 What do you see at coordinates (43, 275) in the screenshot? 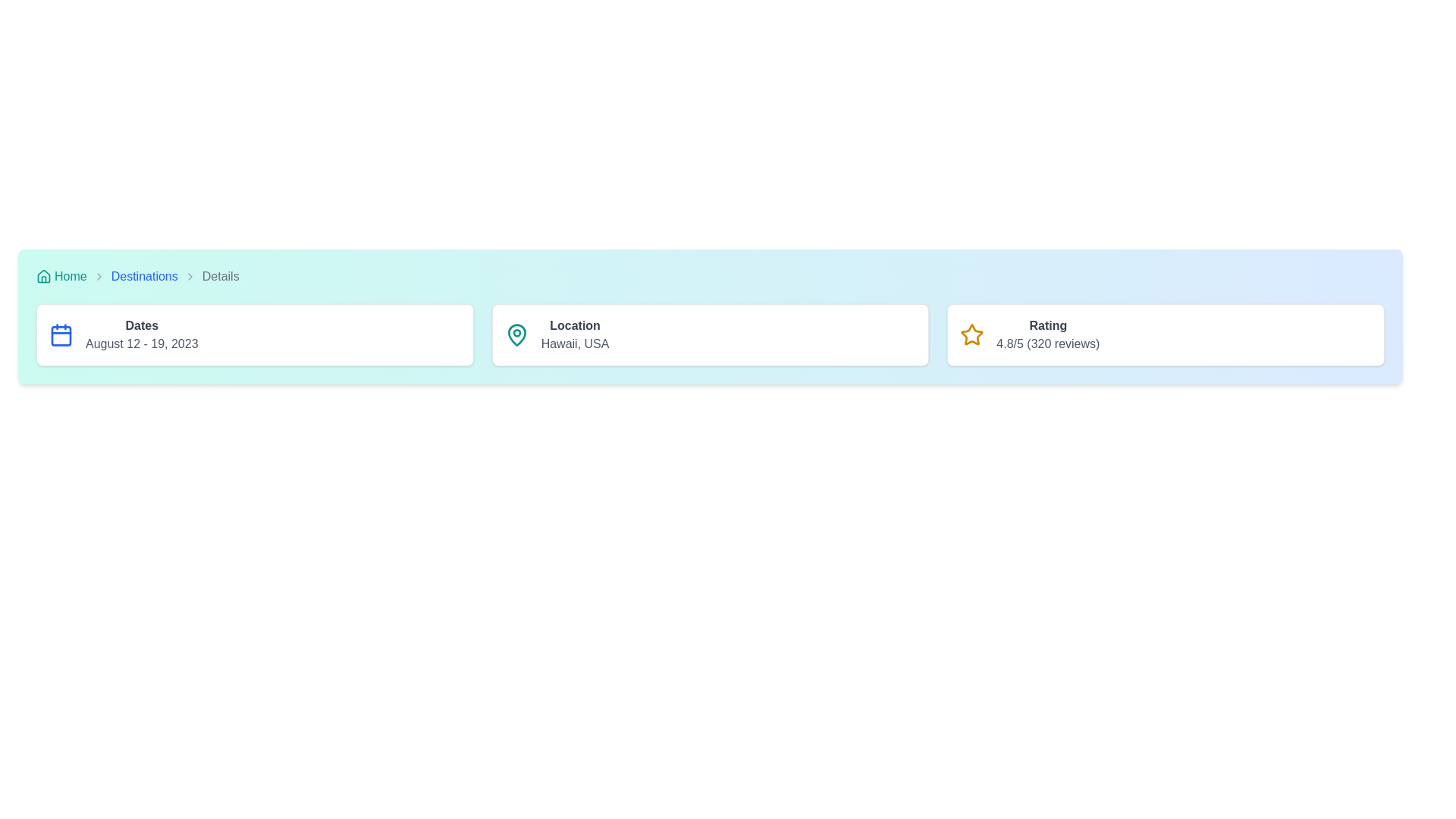
I see `the 'Home' graphic icon in the breadcrumb navigation, which is the first icon on the left before the text links 'Home', 'Destinations', and 'Details'` at bounding box center [43, 275].